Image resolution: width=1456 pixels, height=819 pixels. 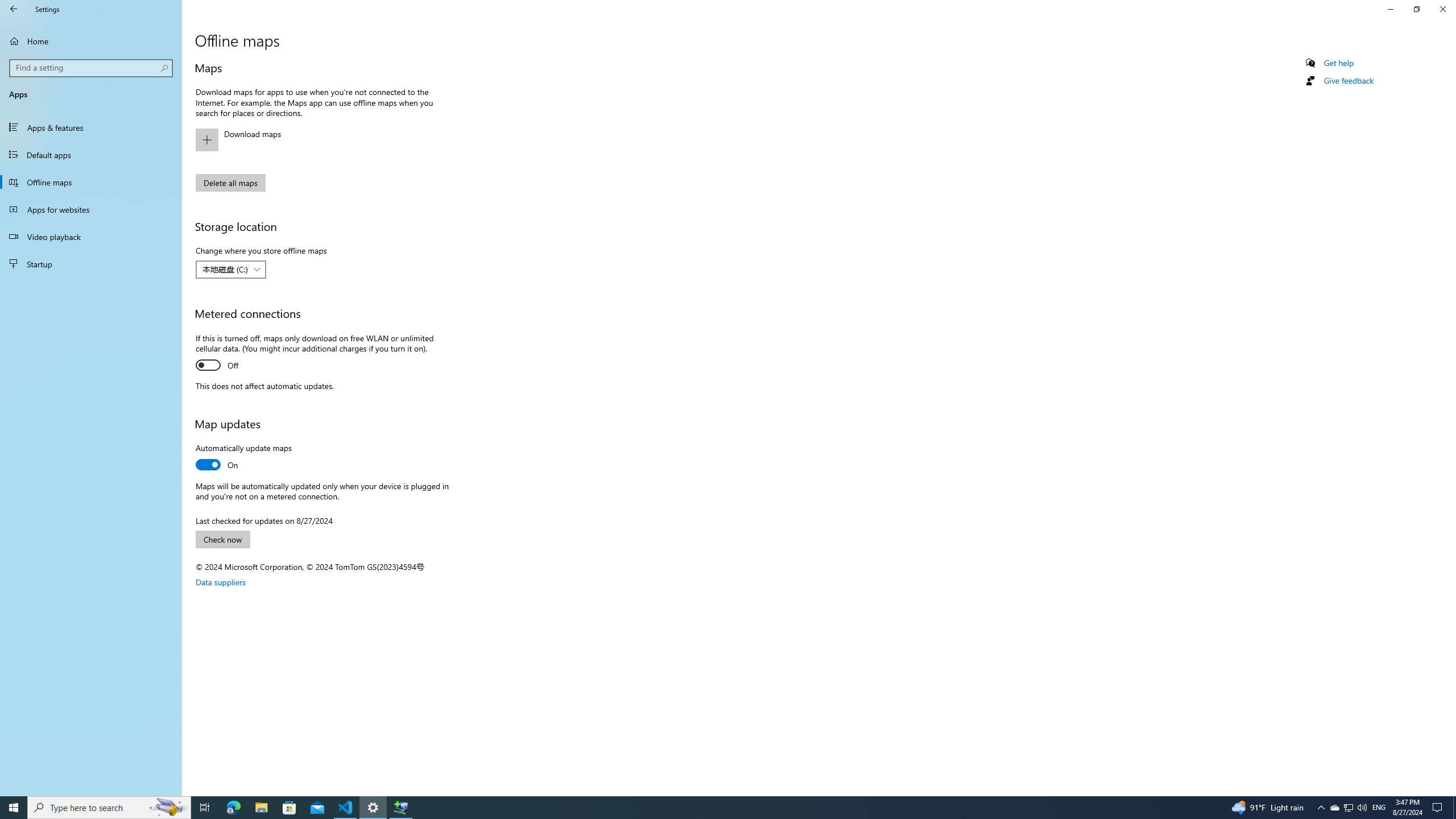 What do you see at coordinates (220, 581) in the screenshot?
I see `'Data suppliers'` at bounding box center [220, 581].